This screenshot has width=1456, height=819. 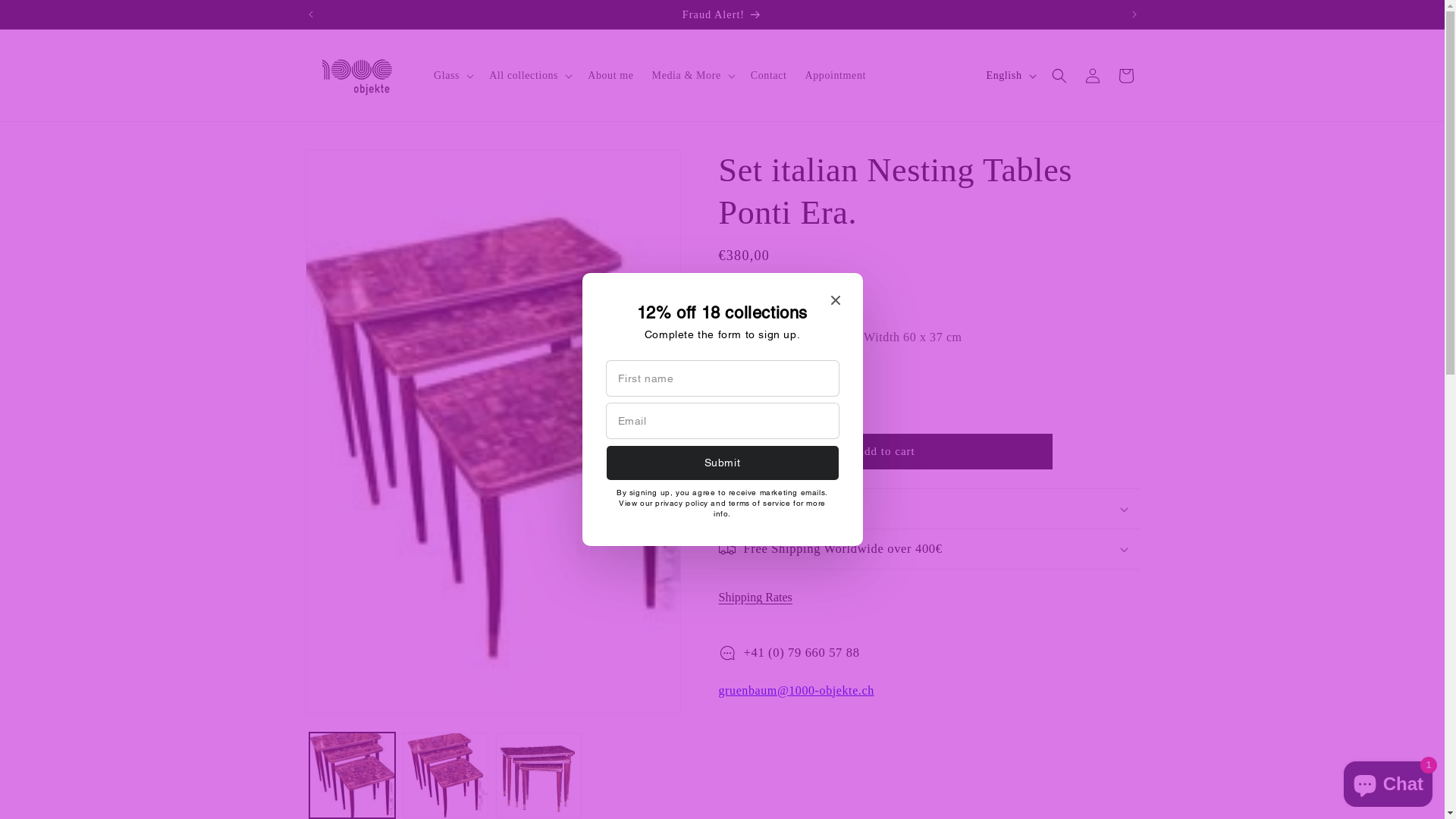 I want to click on 'About me', so click(x=610, y=76).